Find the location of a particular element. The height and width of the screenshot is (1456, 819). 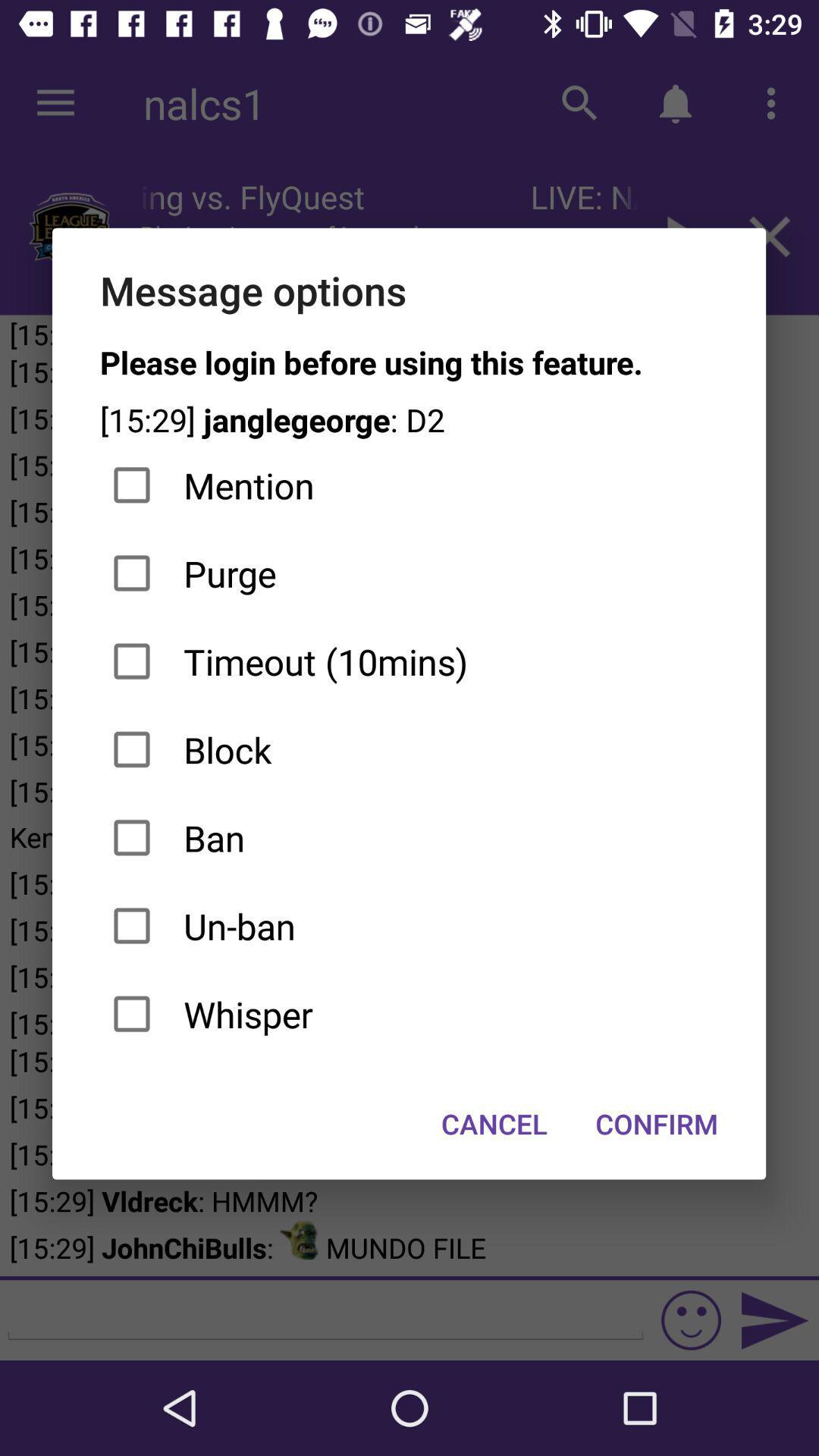

the item above cancel item is located at coordinates (408, 1014).